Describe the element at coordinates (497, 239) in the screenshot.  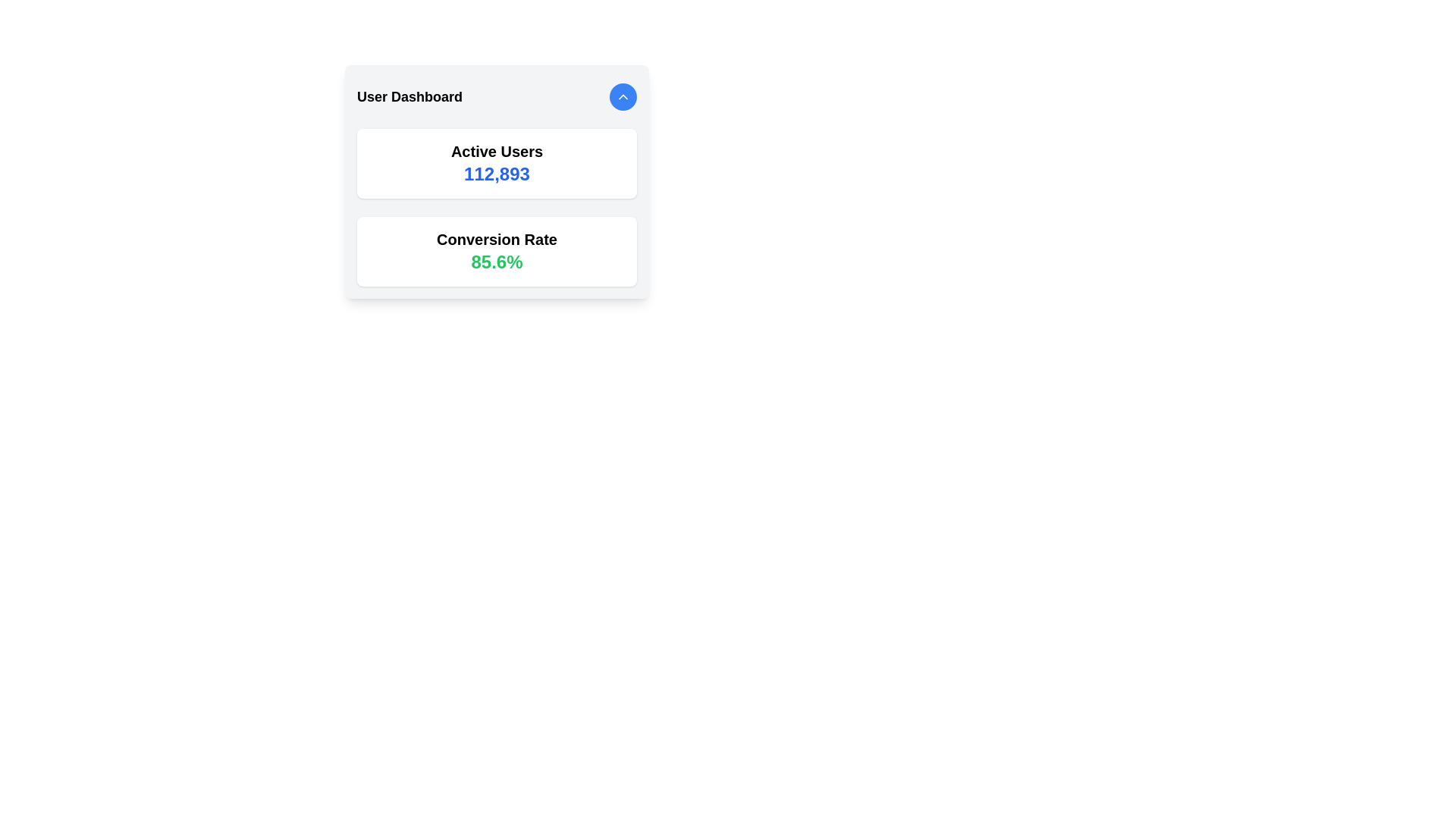
I see `the 'Conversion Rate' static text label` at that location.